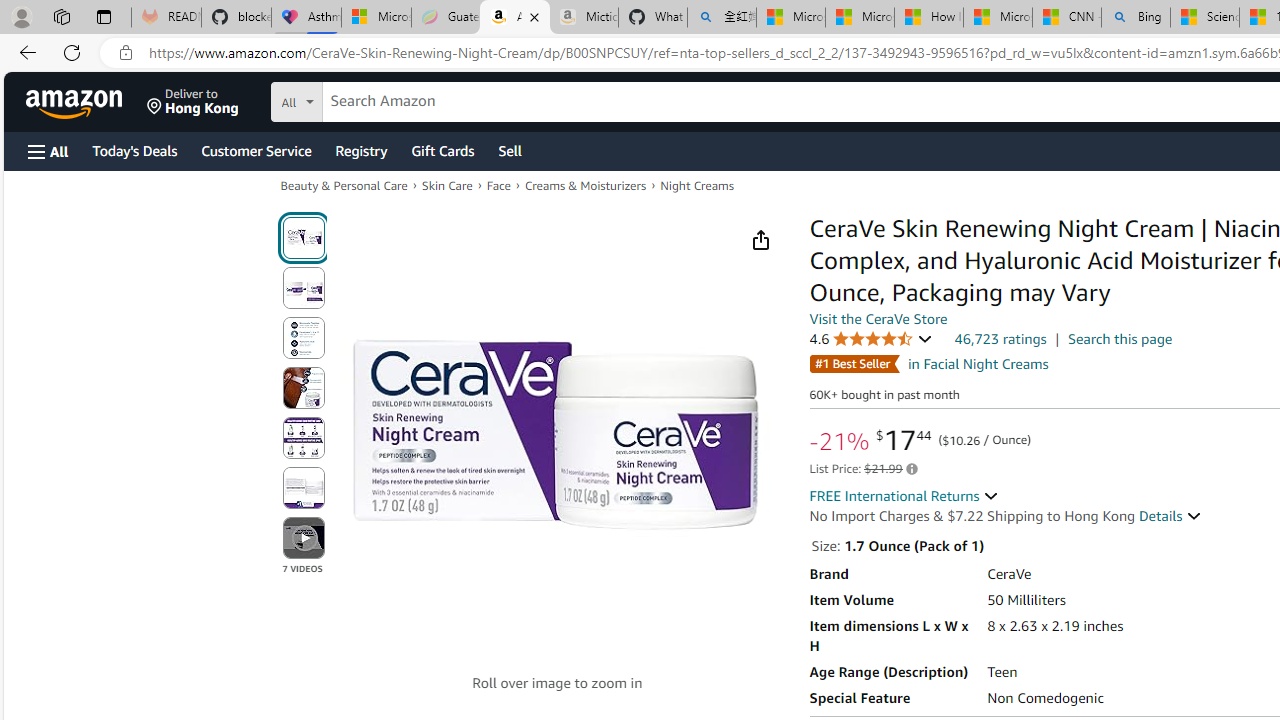  I want to click on 'How I Got Rid of Microsoft Edge', so click(927, 17).